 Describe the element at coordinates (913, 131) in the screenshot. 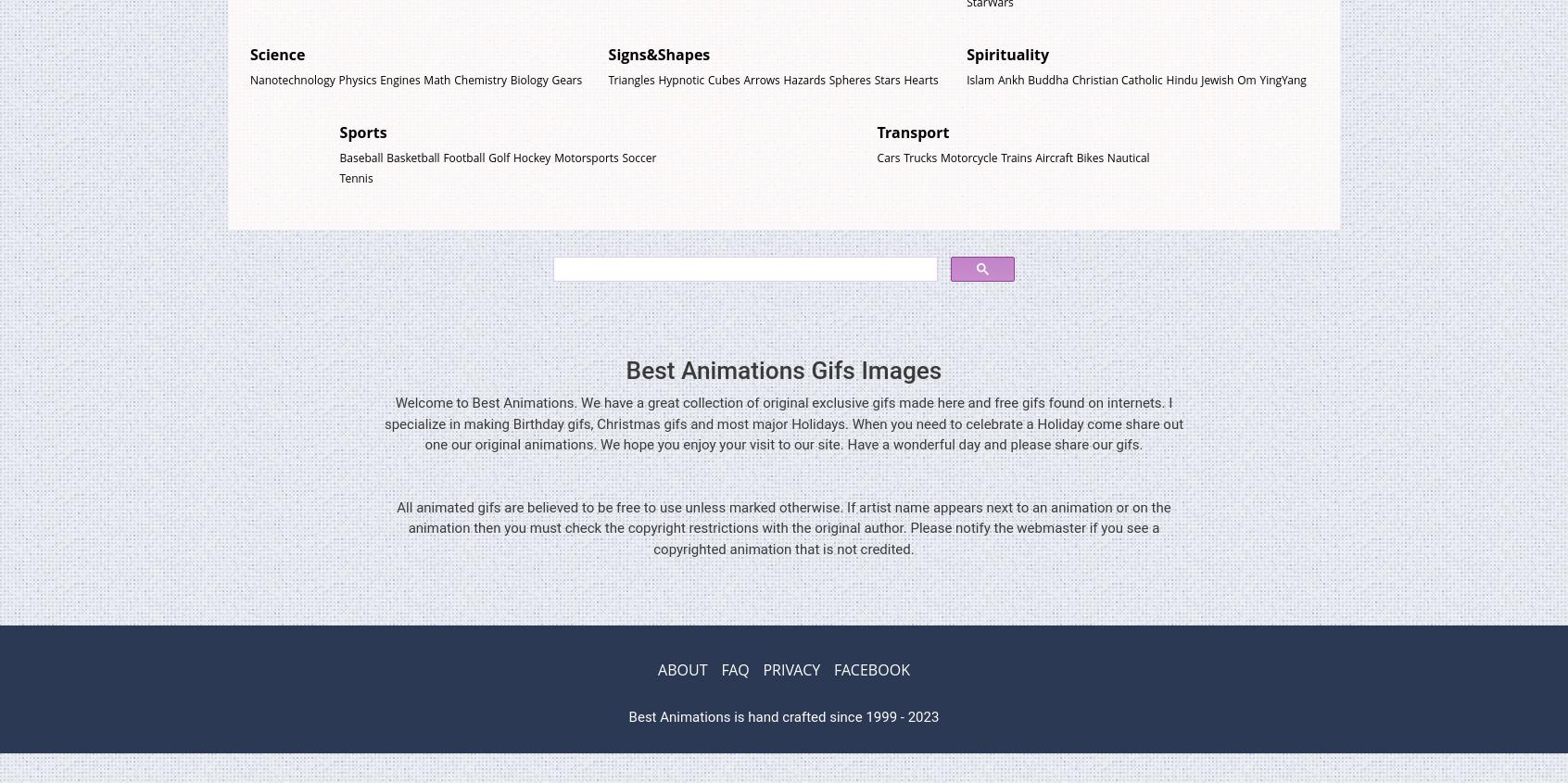

I see `'Transport'` at that location.